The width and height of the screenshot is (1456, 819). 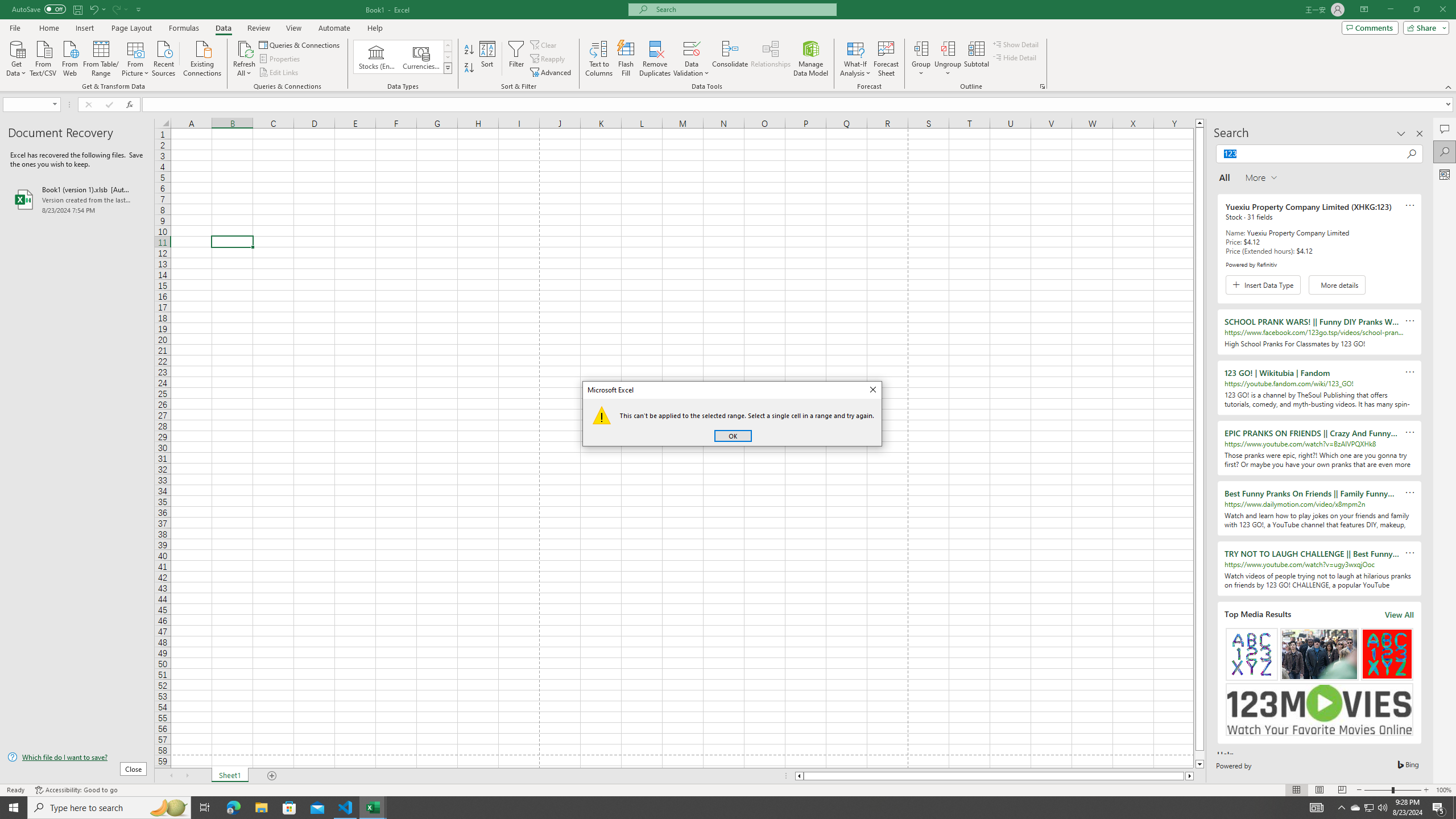 What do you see at coordinates (6, 5) in the screenshot?
I see `'System'` at bounding box center [6, 5].